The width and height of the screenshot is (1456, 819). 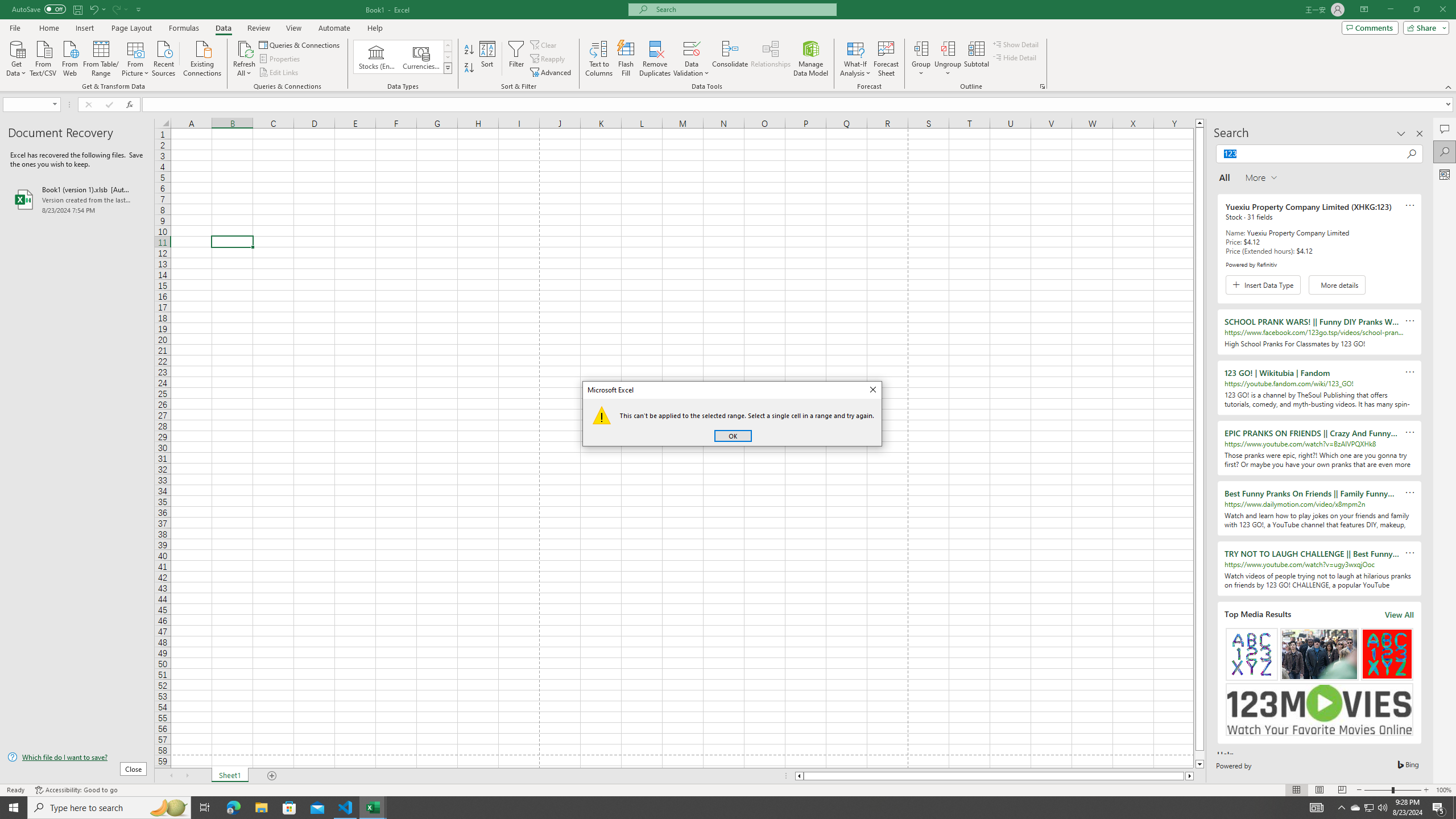 What do you see at coordinates (6, 5) in the screenshot?
I see `'System'` at bounding box center [6, 5].